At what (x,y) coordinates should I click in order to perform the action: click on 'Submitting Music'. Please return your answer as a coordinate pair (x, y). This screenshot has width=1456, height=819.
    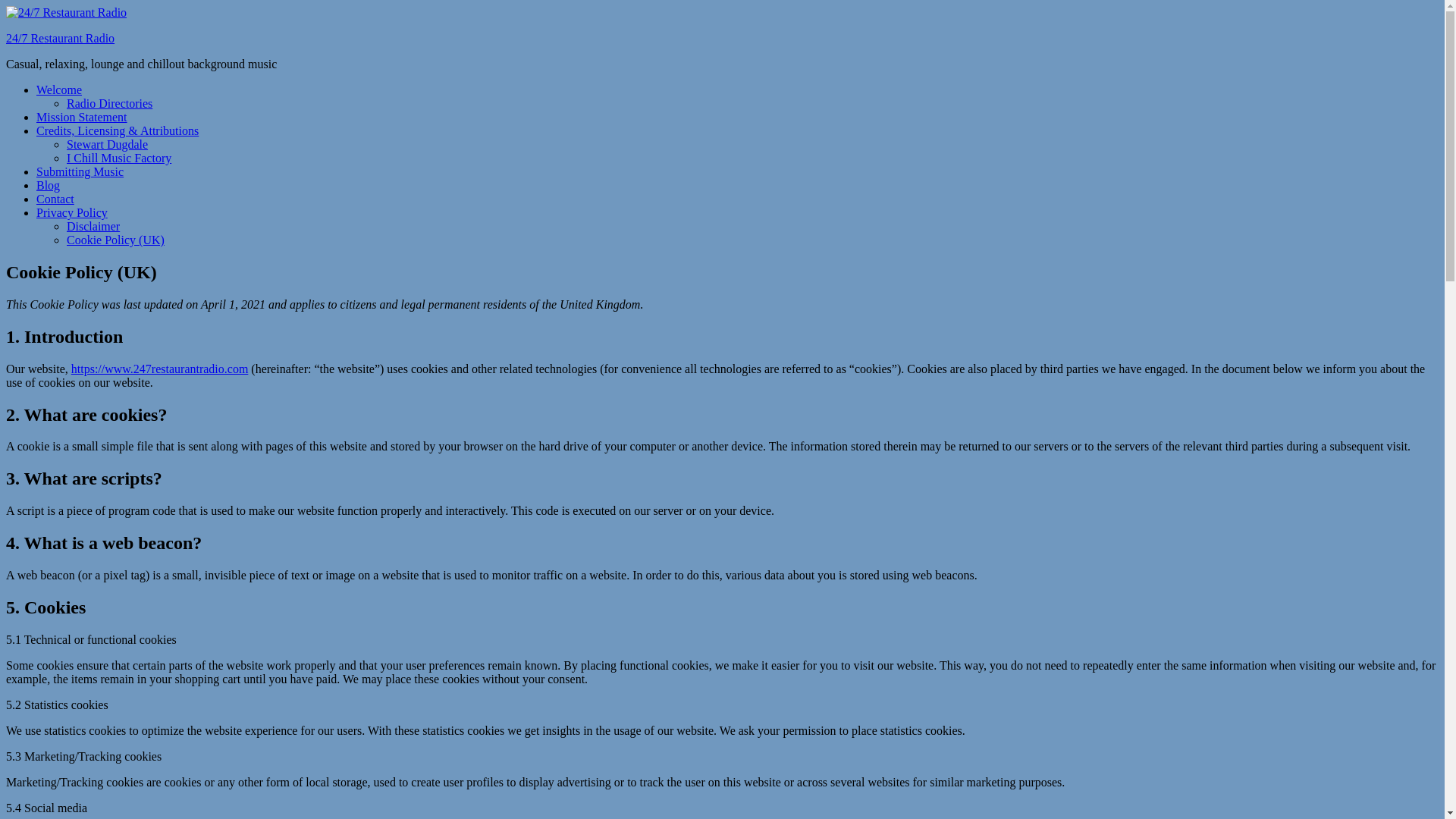
    Looking at the image, I should click on (79, 171).